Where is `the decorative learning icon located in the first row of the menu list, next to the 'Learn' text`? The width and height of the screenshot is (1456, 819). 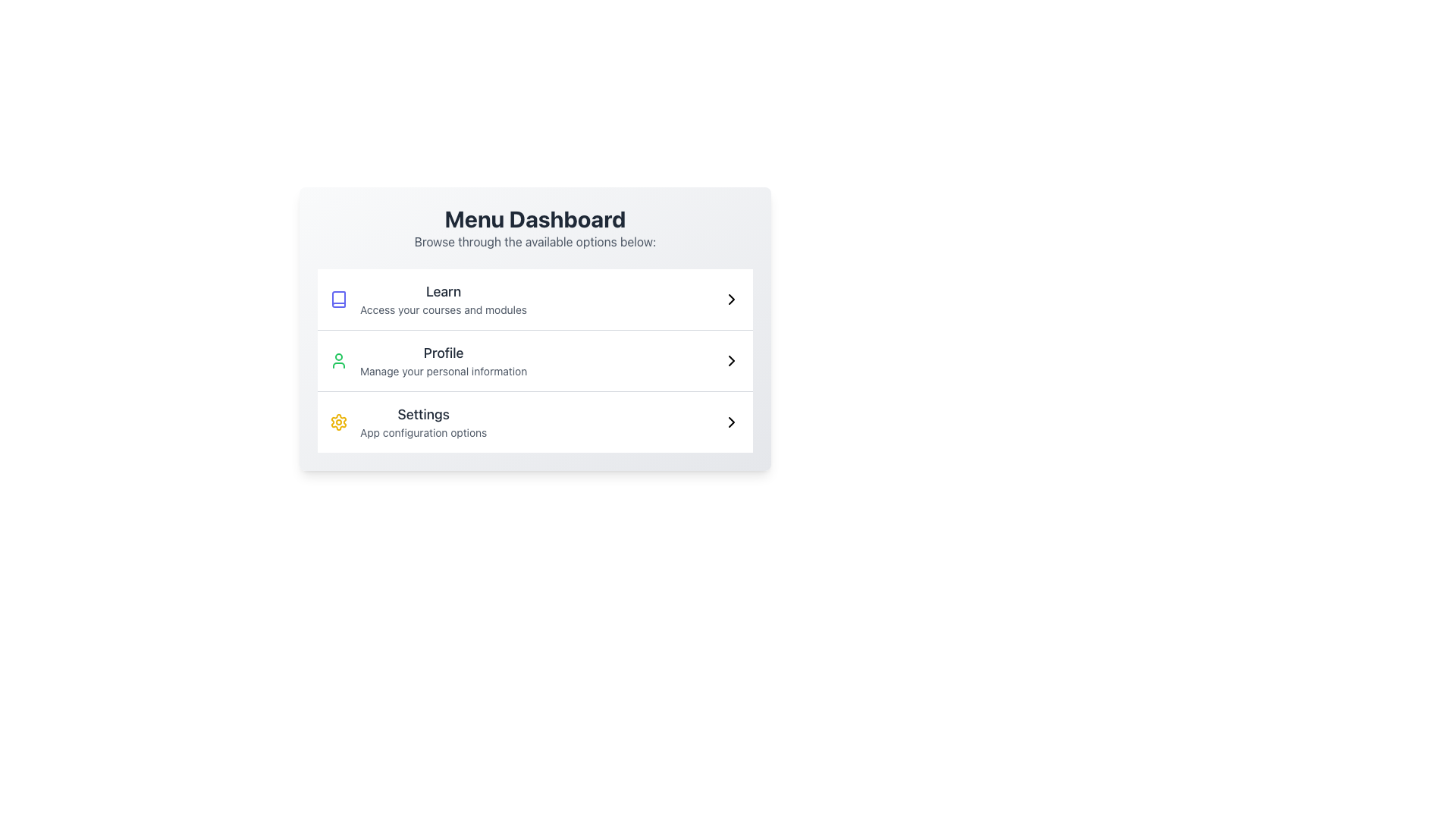
the decorative learning icon located in the first row of the menu list, next to the 'Learn' text is located at coordinates (337, 299).